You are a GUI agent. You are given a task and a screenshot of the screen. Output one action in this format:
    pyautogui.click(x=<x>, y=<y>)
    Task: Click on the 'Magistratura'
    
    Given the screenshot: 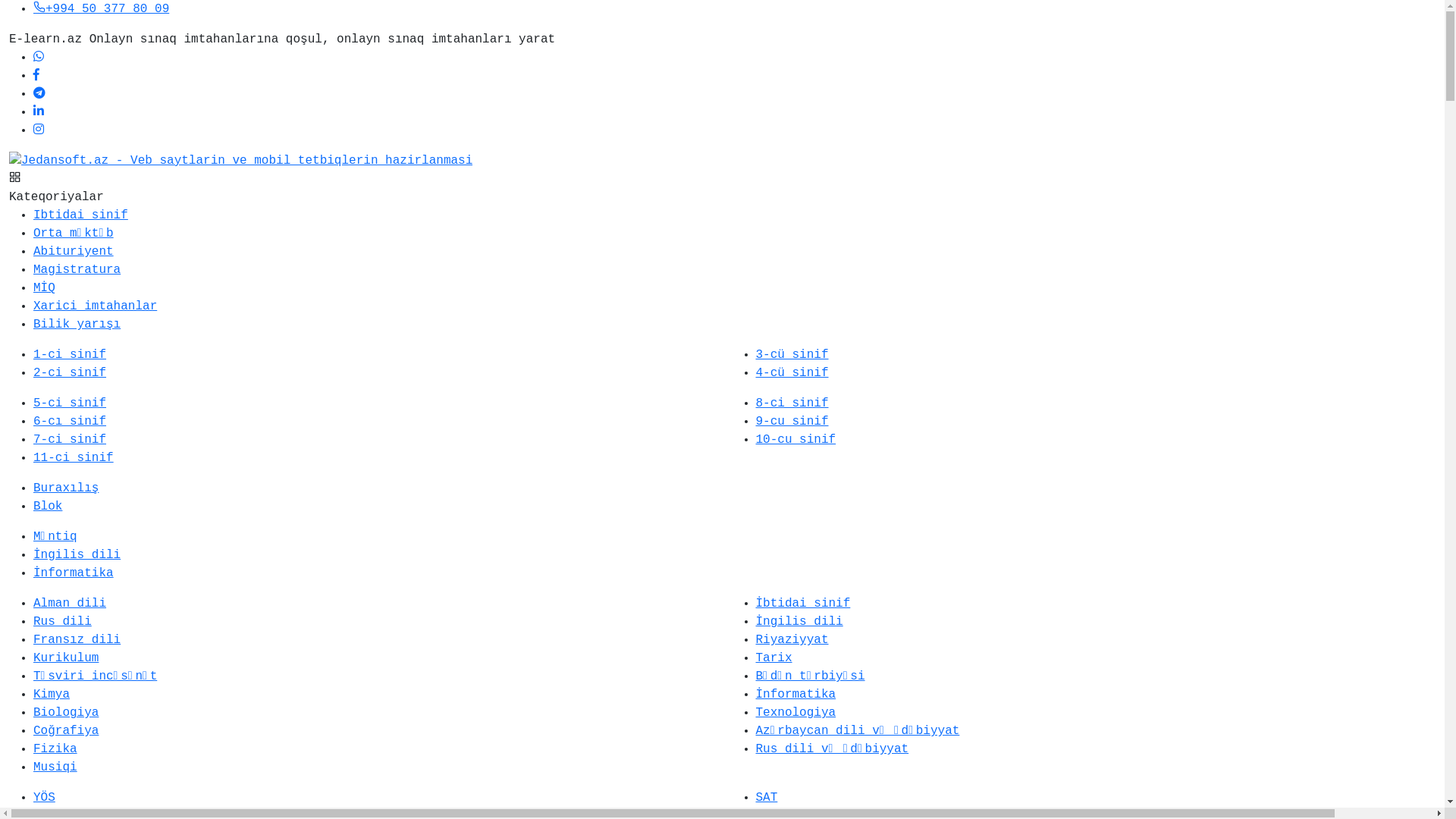 What is the action you would take?
    pyautogui.click(x=76, y=268)
    